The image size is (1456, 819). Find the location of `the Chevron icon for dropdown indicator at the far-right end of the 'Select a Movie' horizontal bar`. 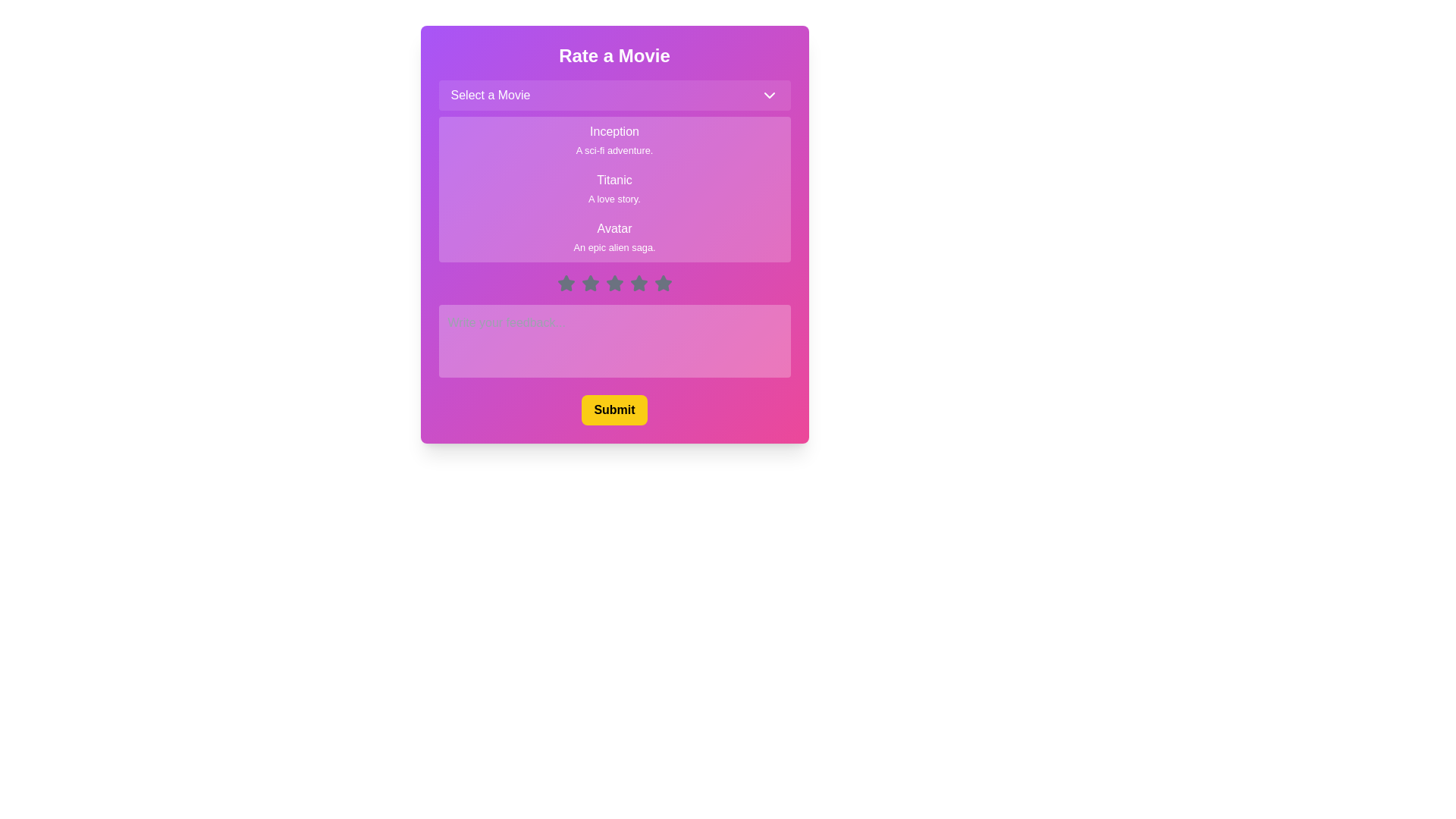

the Chevron icon for dropdown indicator at the far-right end of the 'Select a Movie' horizontal bar is located at coordinates (769, 96).